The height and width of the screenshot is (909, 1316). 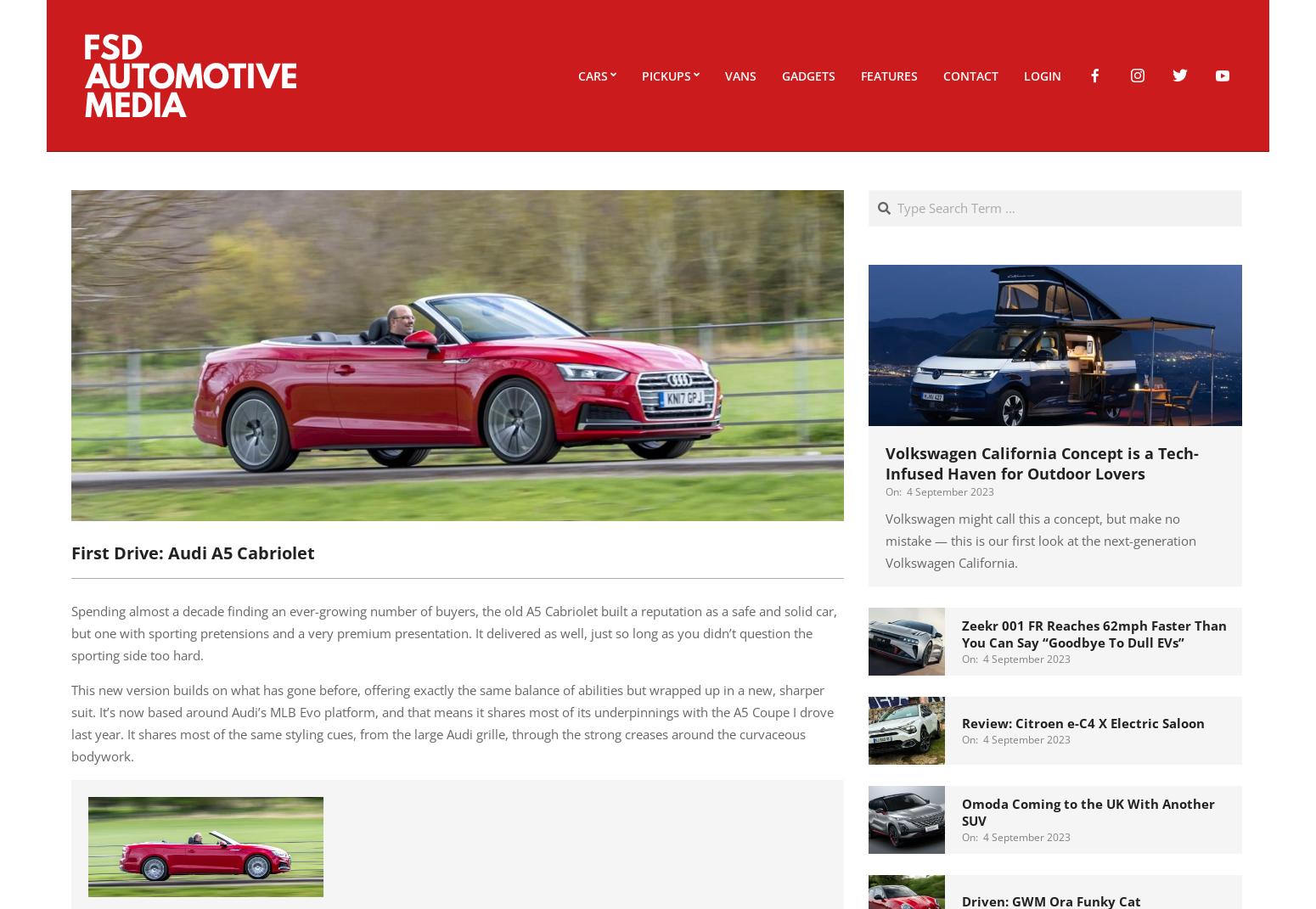 I want to click on 'LOGIN', so click(x=1043, y=75).